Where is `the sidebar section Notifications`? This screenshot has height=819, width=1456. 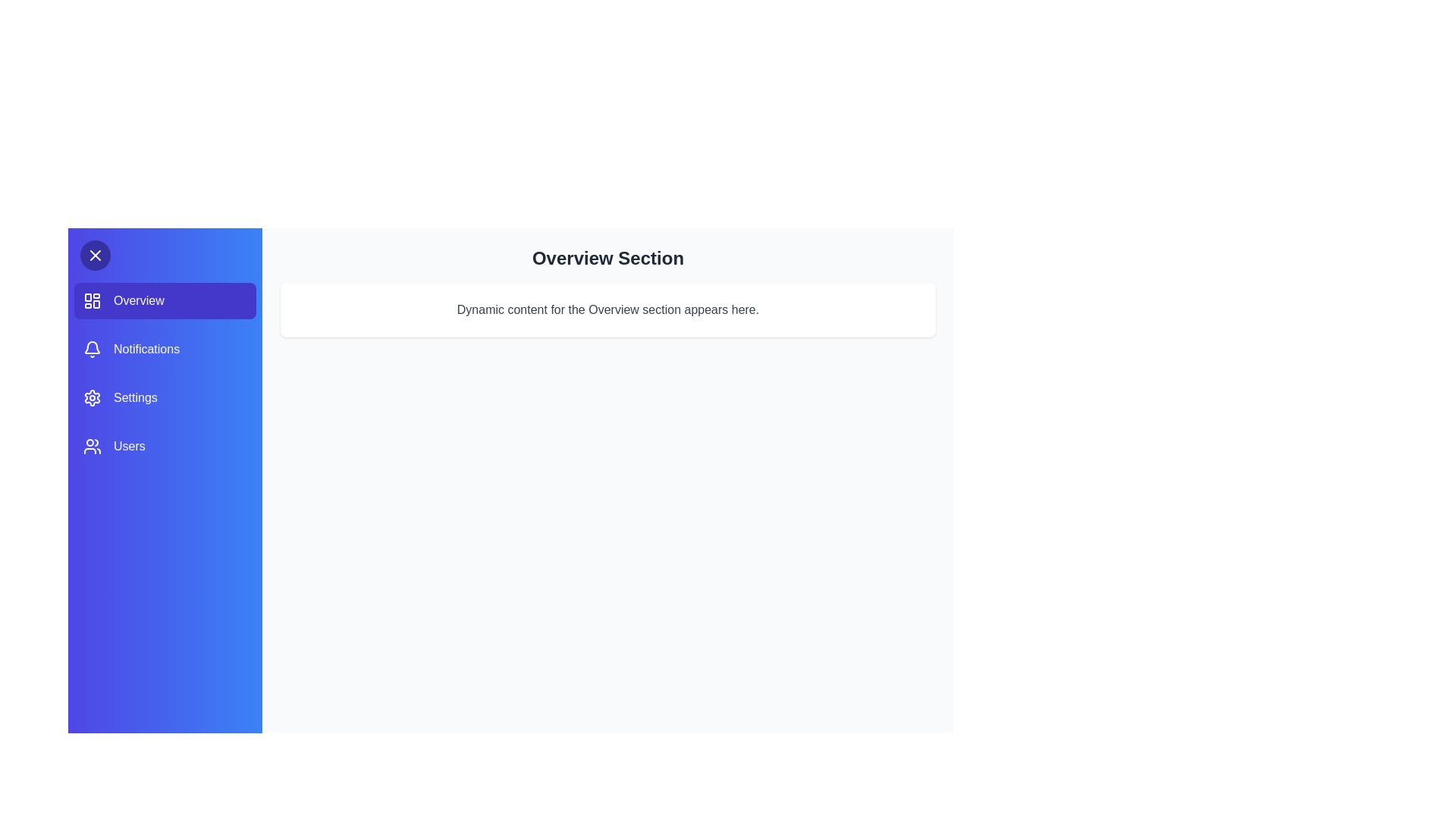
the sidebar section Notifications is located at coordinates (165, 350).